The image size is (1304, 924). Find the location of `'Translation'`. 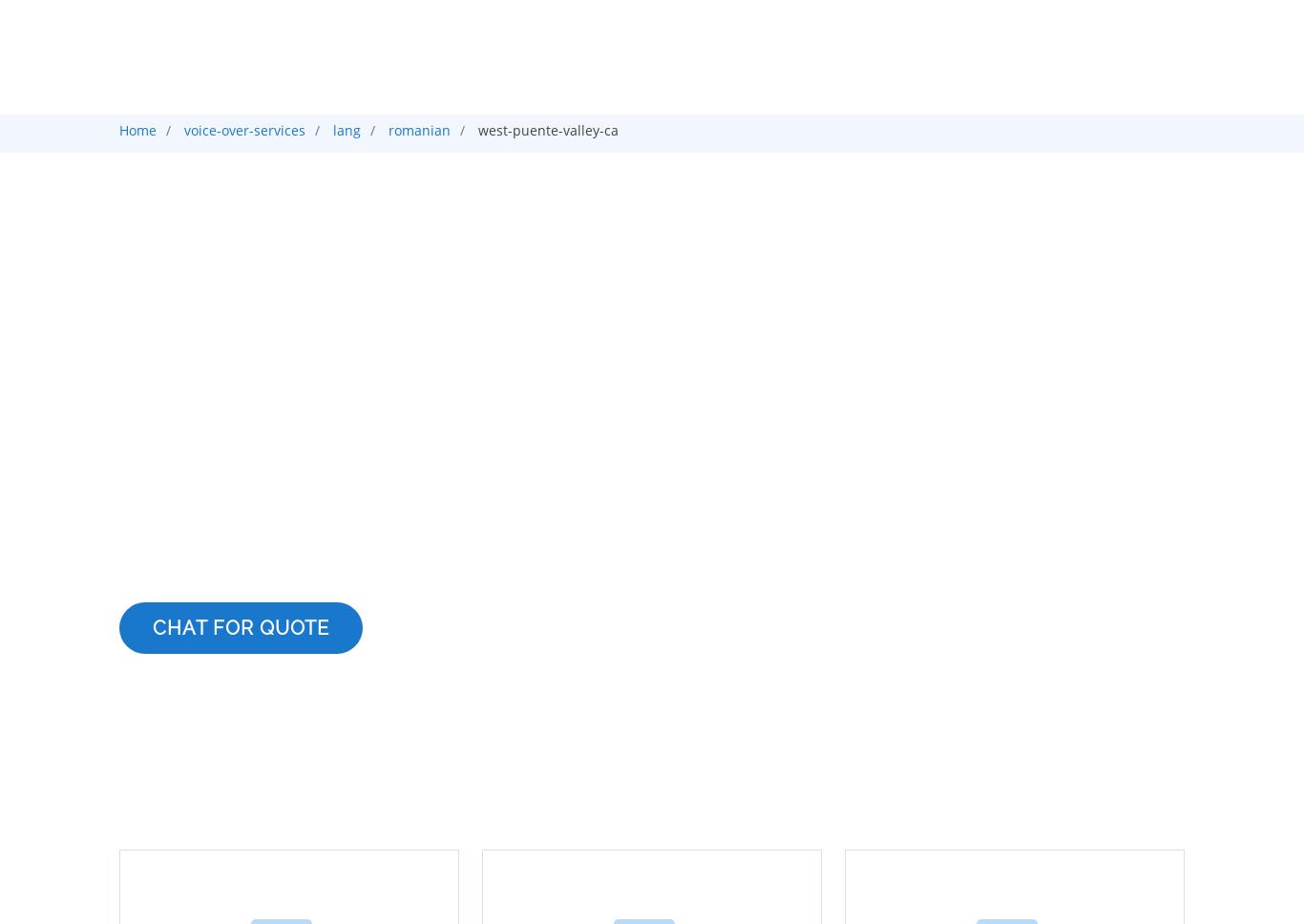

'Translation' is located at coordinates (808, 158).